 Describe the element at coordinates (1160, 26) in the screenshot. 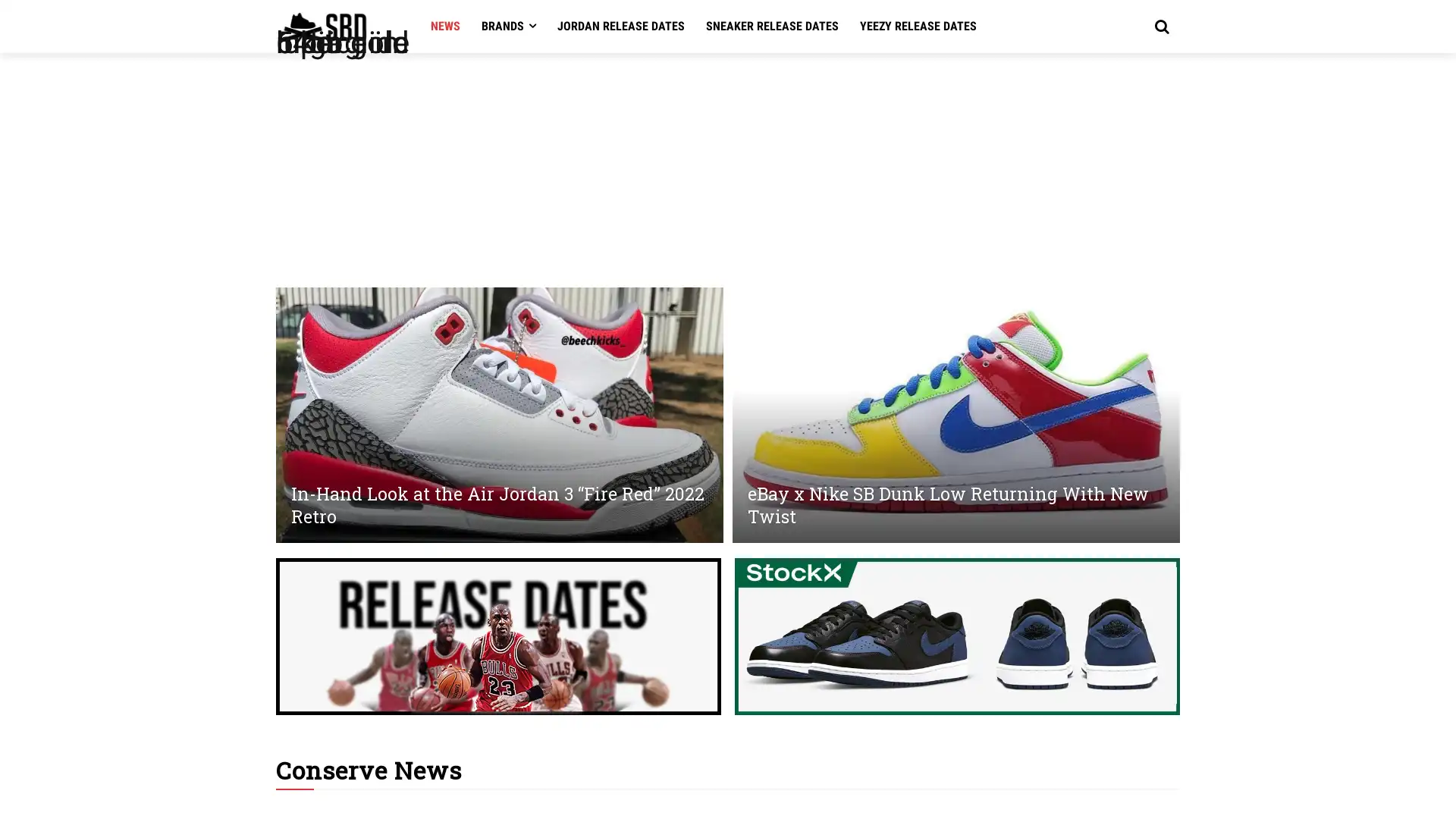

I see `Search` at that location.